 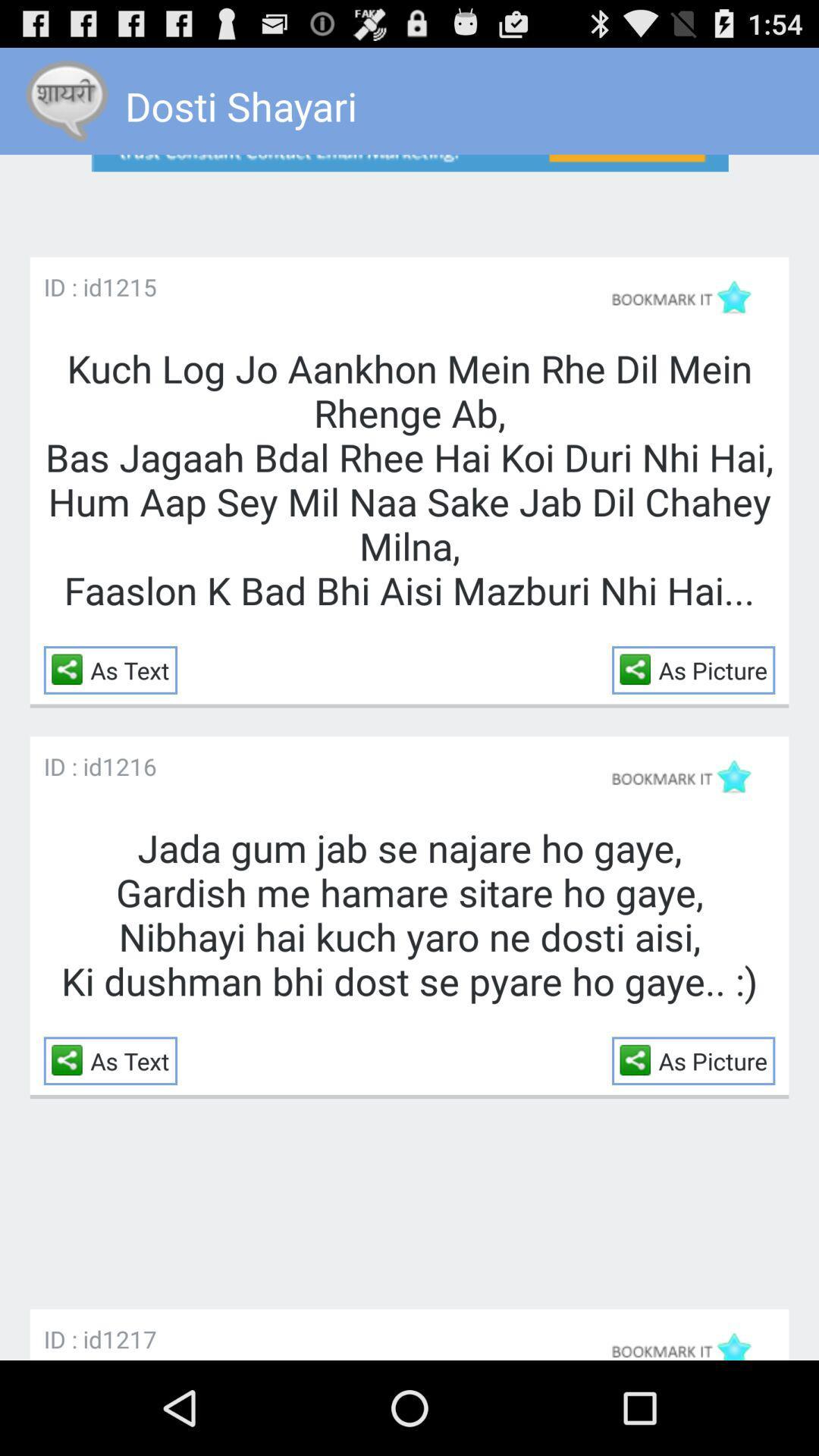 What do you see at coordinates (409, 913) in the screenshot?
I see `app at the center` at bounding box center [409, 913].